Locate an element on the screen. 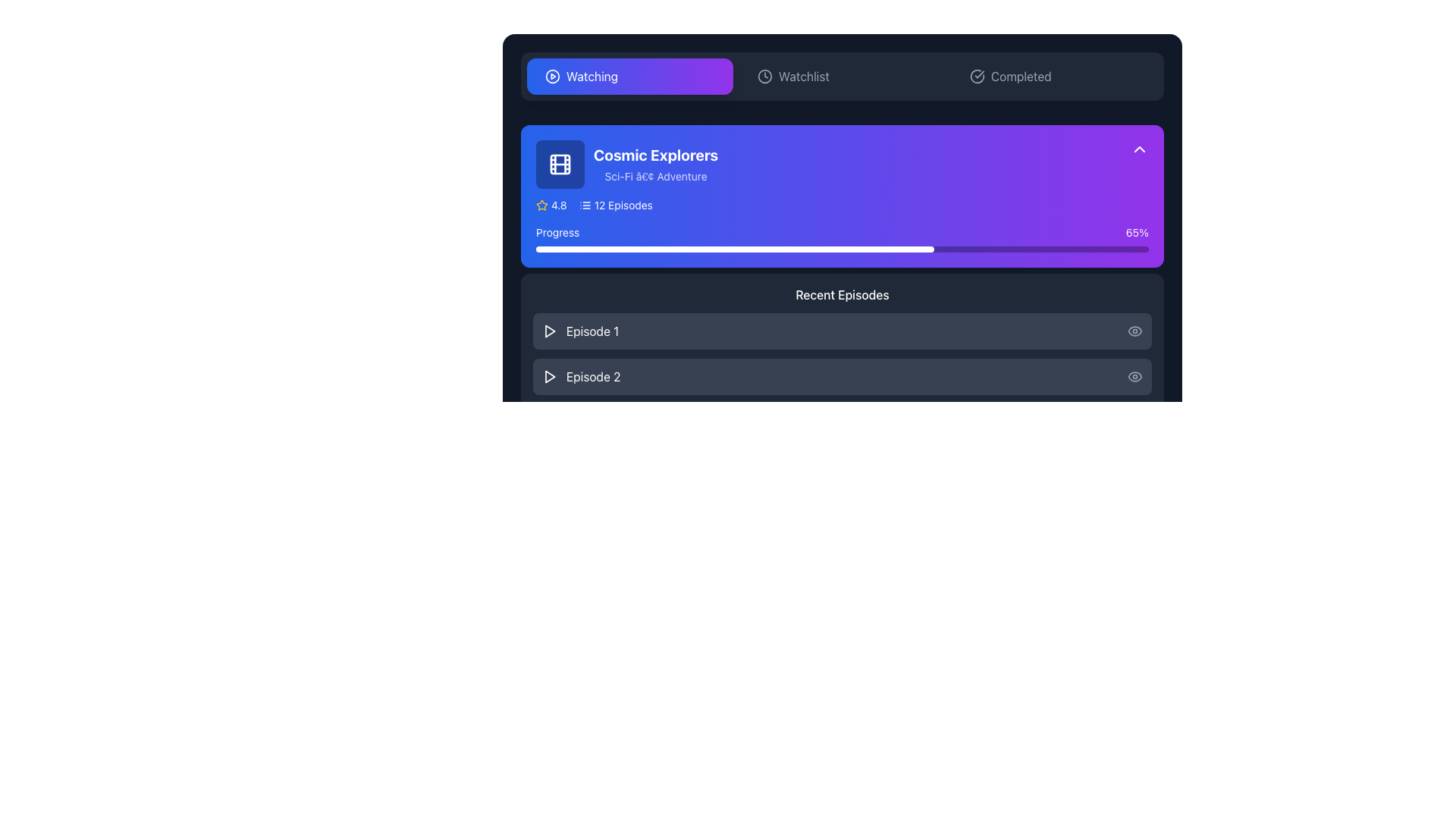  the star icon representing the rating, located to the left of the rating text '4.8' is located at coordinates (542, 205).